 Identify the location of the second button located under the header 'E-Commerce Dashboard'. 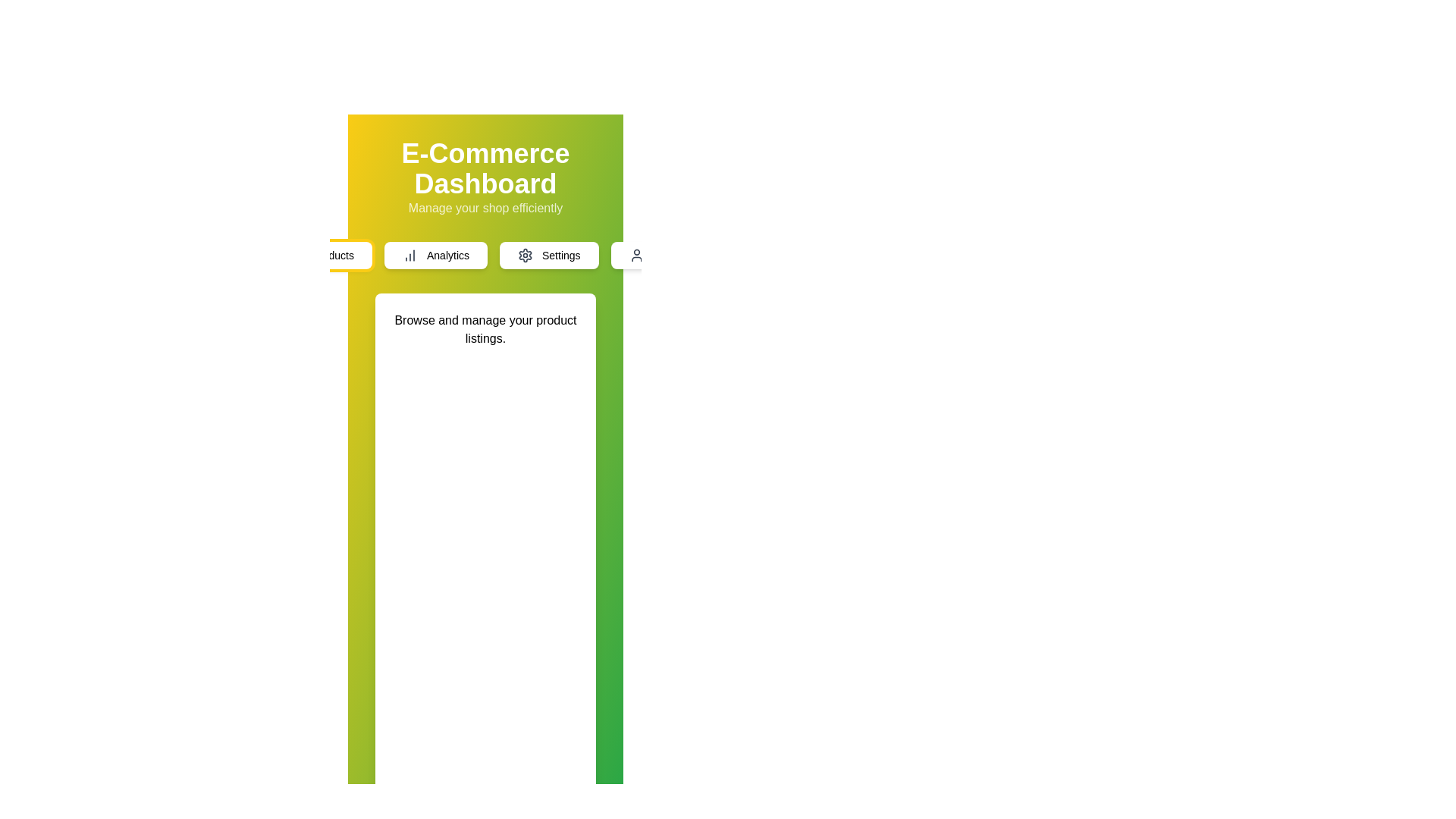
(435, 254).